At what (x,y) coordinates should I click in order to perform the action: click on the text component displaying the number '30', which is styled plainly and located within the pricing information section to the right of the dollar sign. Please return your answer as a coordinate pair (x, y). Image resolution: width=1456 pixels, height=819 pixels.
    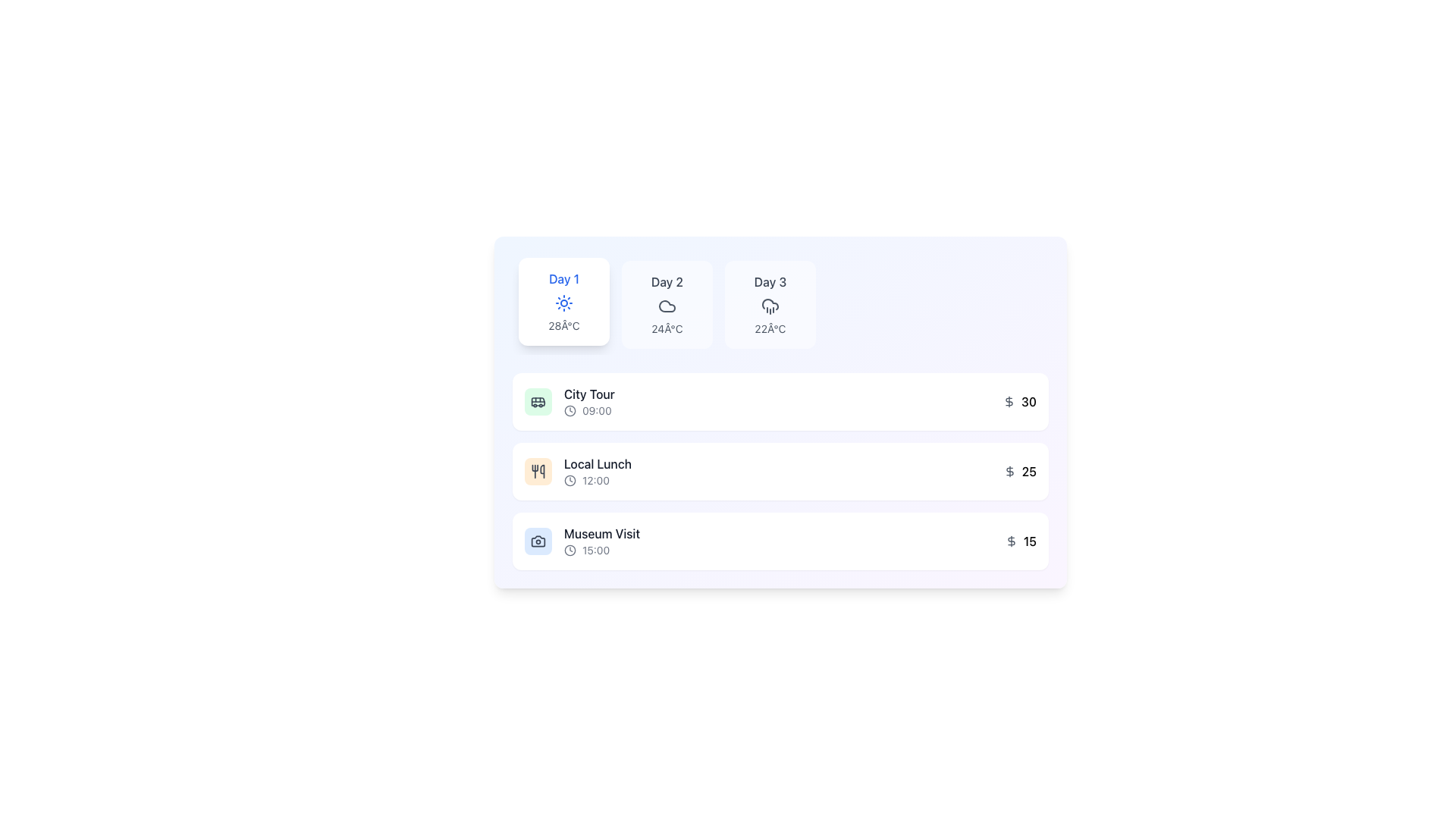
    Looking at the image, I should click on (1029, 400).